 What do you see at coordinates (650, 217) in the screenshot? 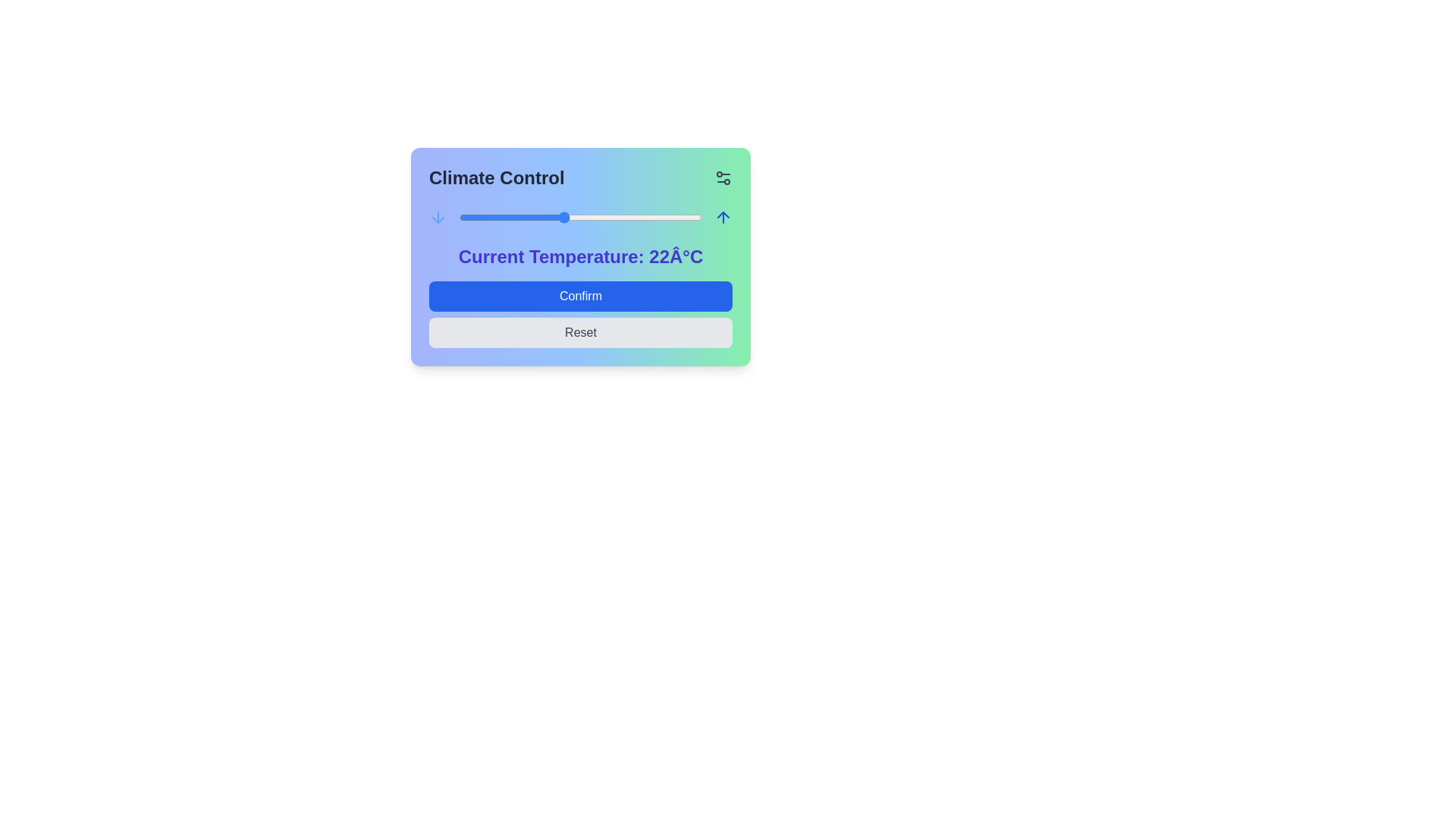
I see `the temperature slider to set the temperature to 27°C` at bounding box center [650, 217].